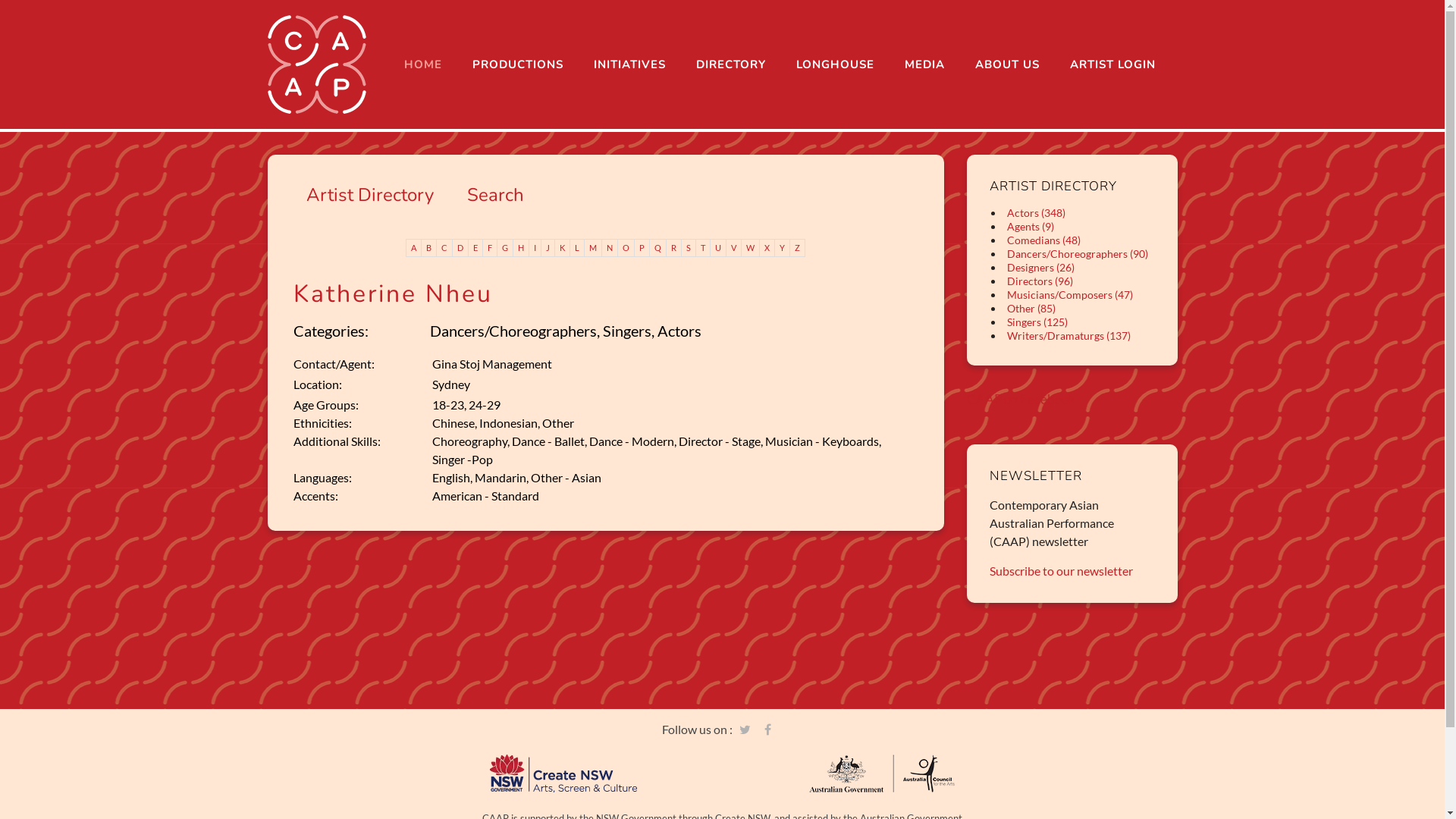 Image resolution: width=1456 pixels, height=819 pixels. What do you see at coordinates (783, 247) in the screenshot?
I see `'Y'` at bounding box center [783, 247].